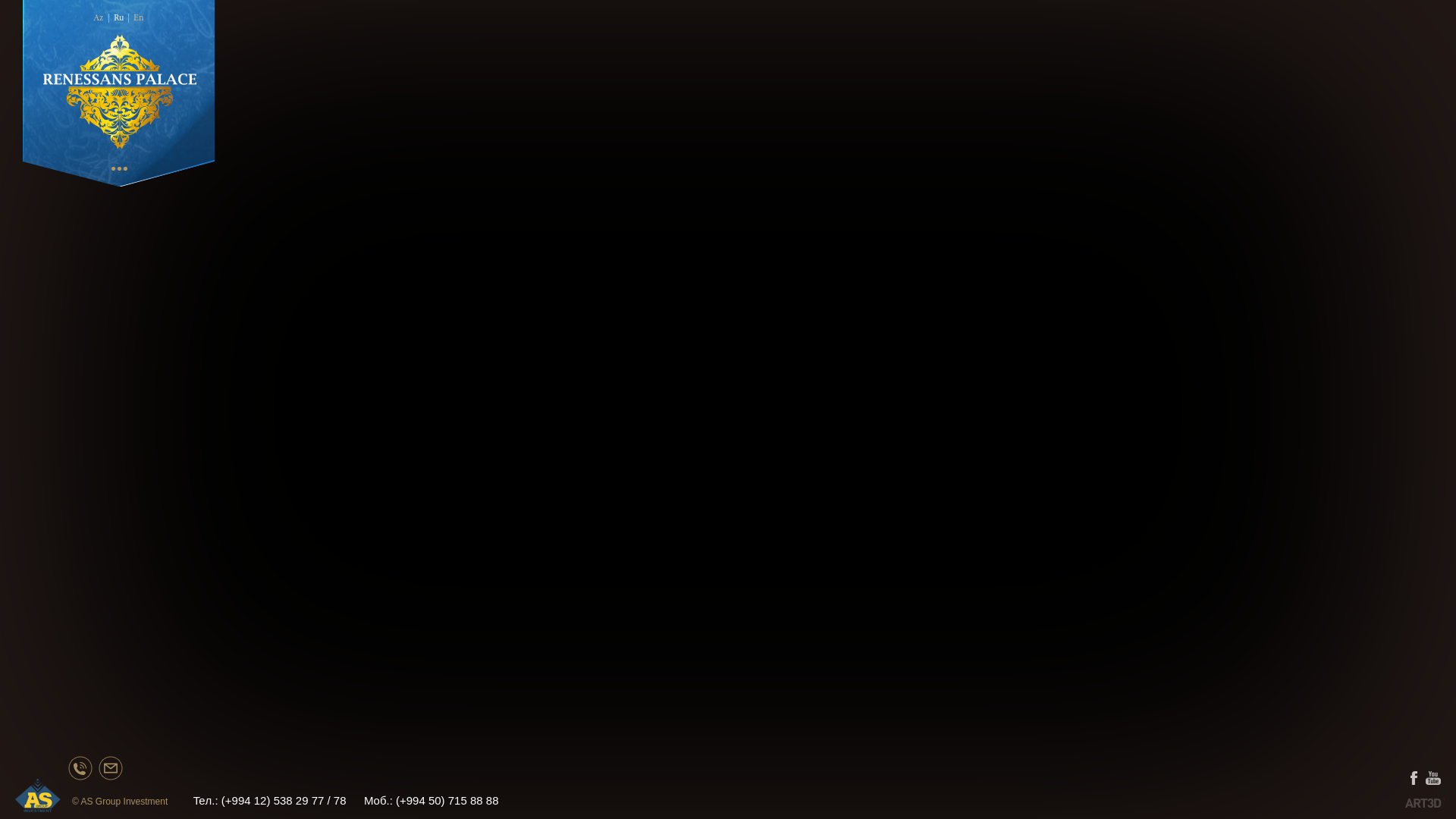 The width and height of the screenshot is (1456, 819). I want to click on 'Az', so click(97, 17).